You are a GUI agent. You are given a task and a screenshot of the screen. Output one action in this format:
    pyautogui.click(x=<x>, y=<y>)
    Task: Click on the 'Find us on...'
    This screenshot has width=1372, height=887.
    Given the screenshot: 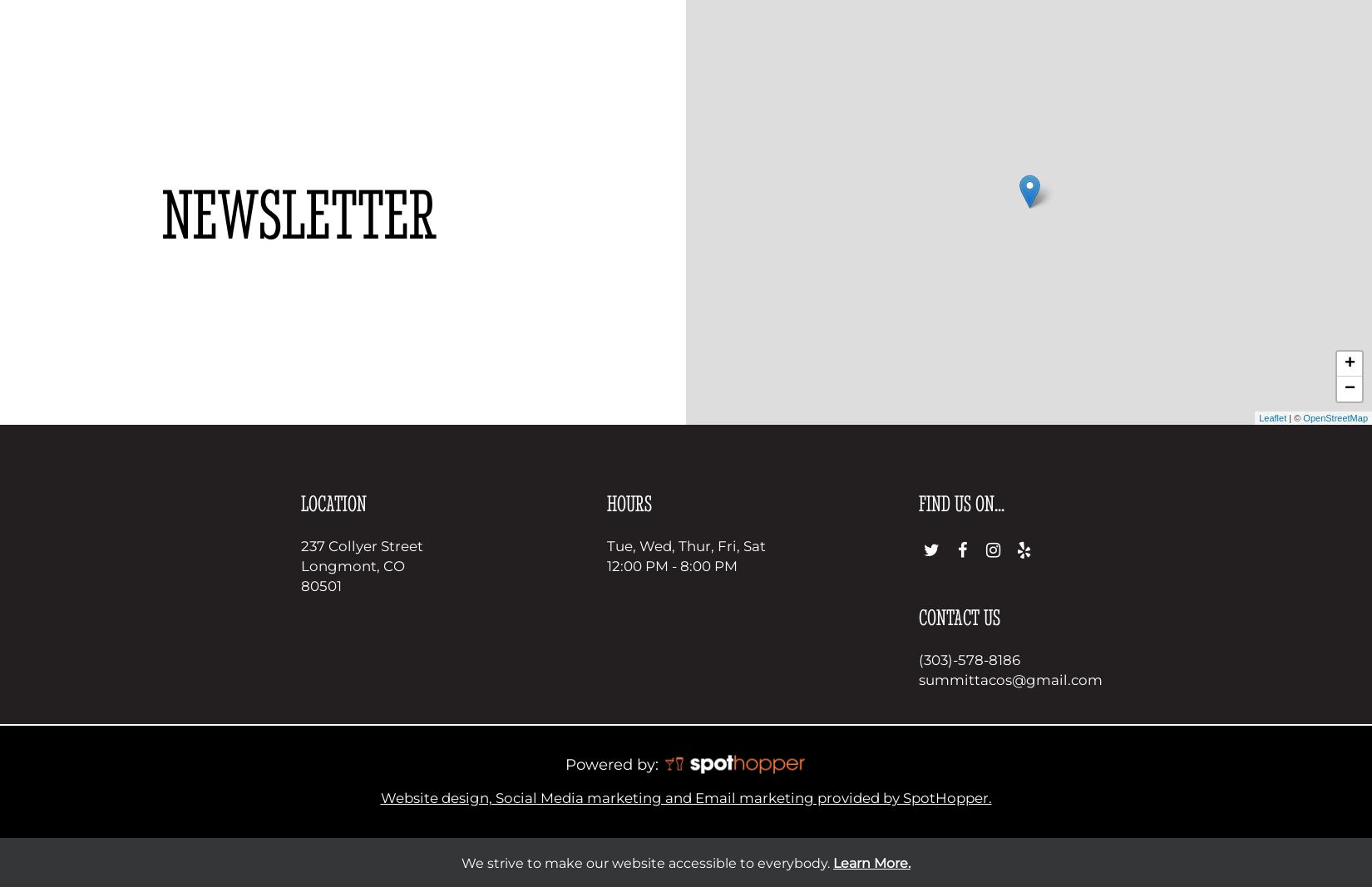 What is the action you would take?
    pyautogui.click(x=918, y=503)
    